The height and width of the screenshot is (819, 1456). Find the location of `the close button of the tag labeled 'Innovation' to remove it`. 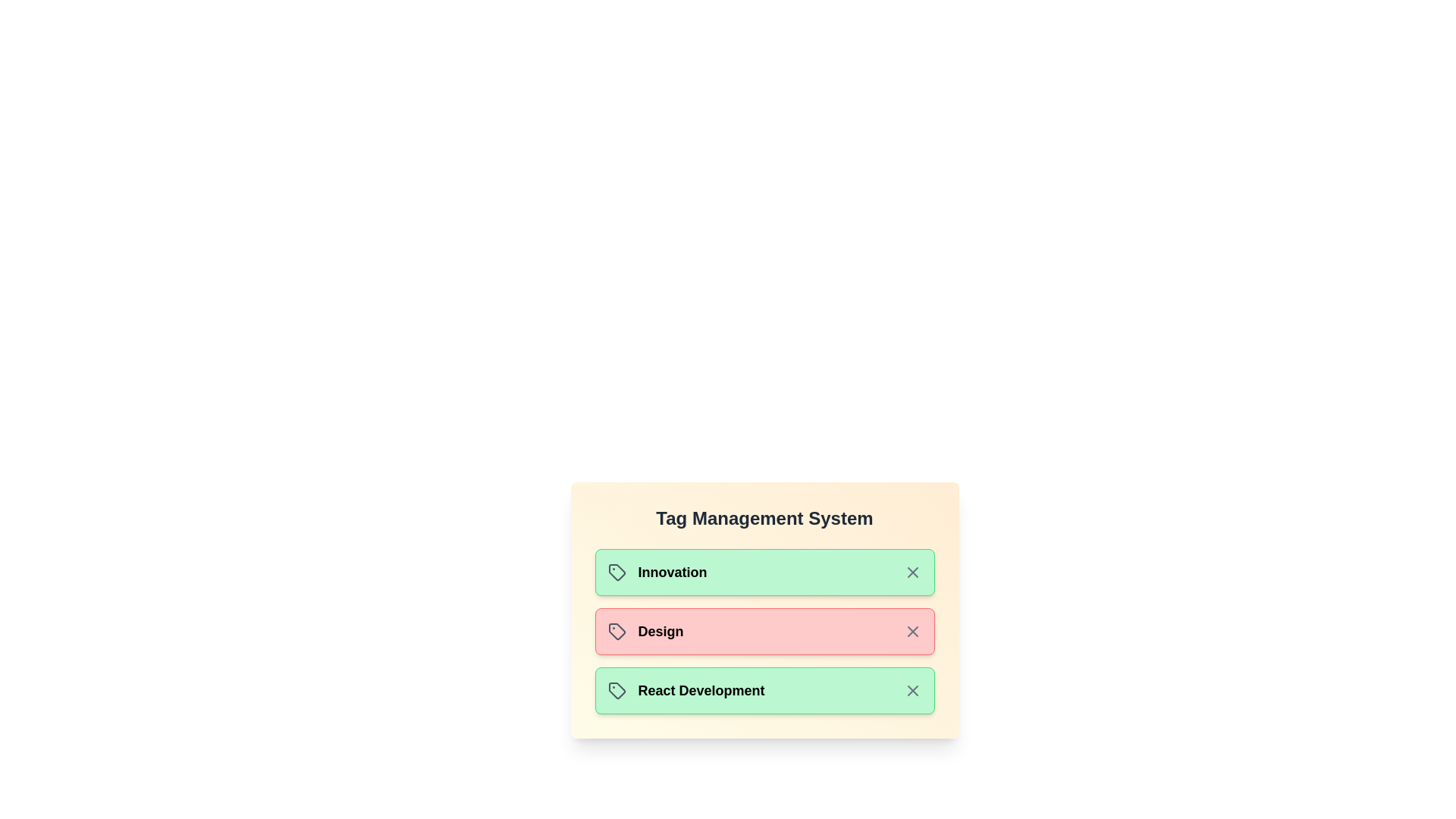

the close button of the tag labeled 'Innovation' to remove it is located at coordinates (912, 573).